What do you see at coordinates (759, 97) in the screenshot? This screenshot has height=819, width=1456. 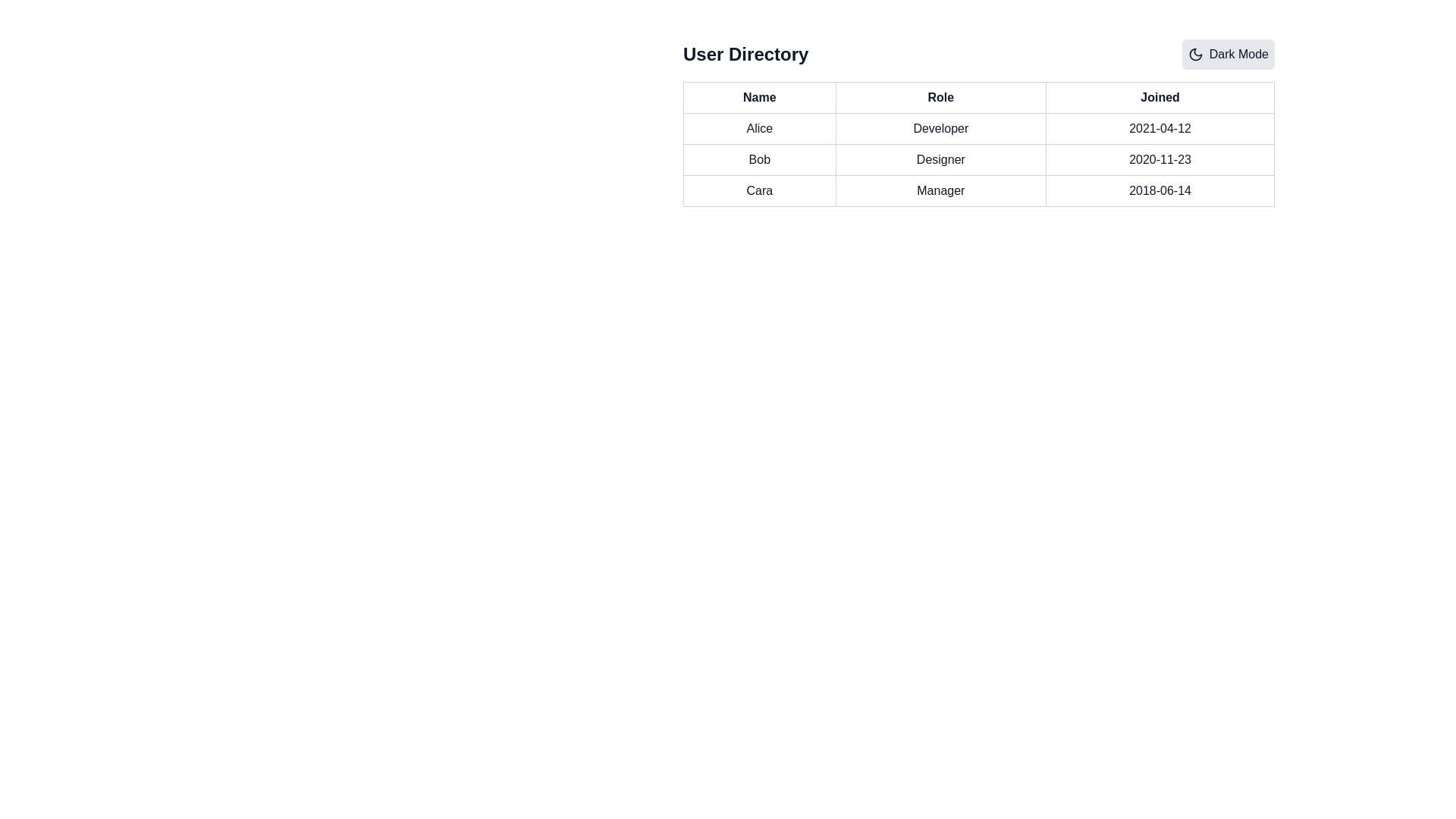 I see `the 'Name' column header cell in the table` at bounding box center [759, 97].